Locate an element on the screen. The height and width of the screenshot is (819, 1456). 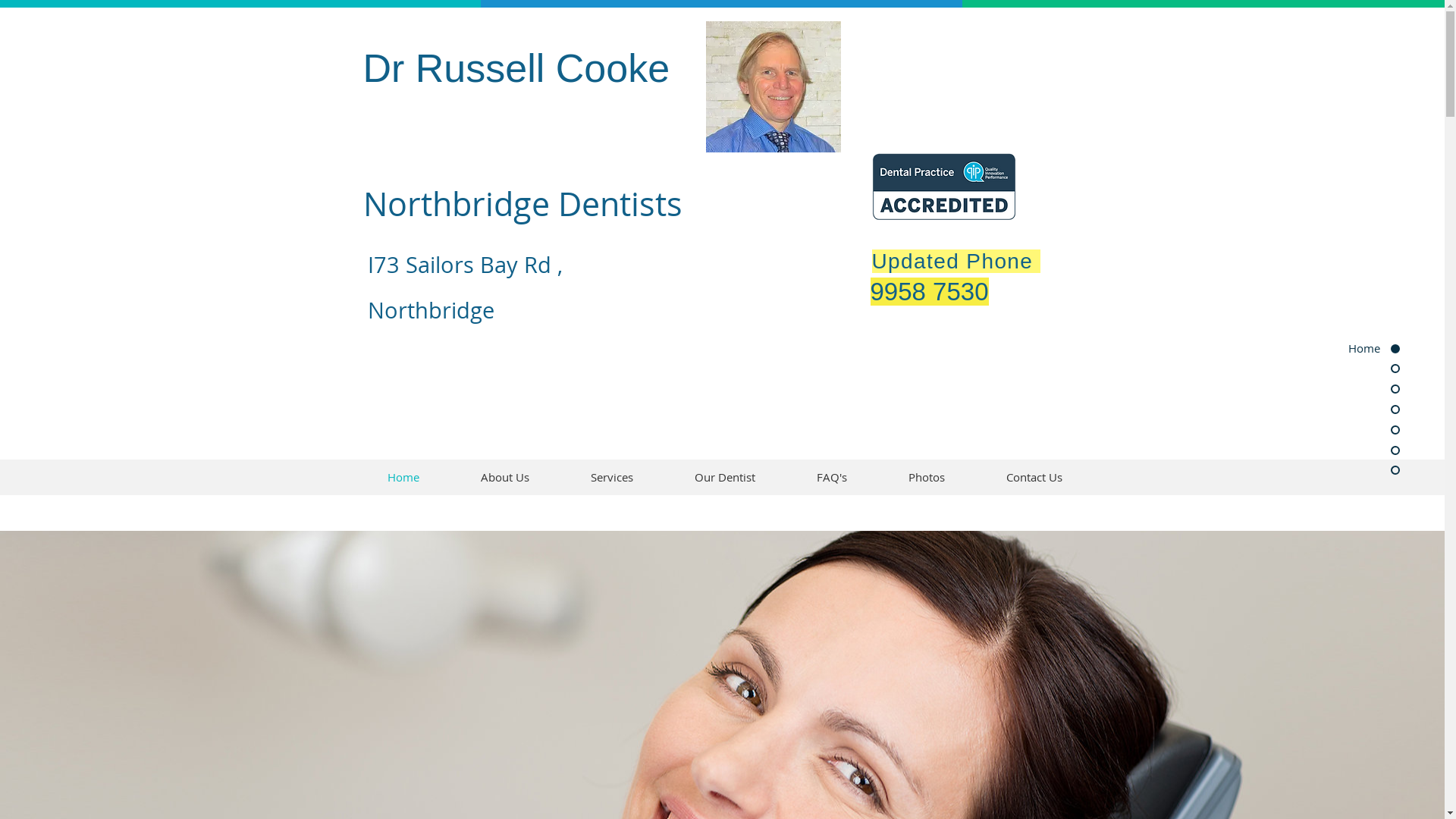
'Our Dentist' is located at coordinates (664, 476).